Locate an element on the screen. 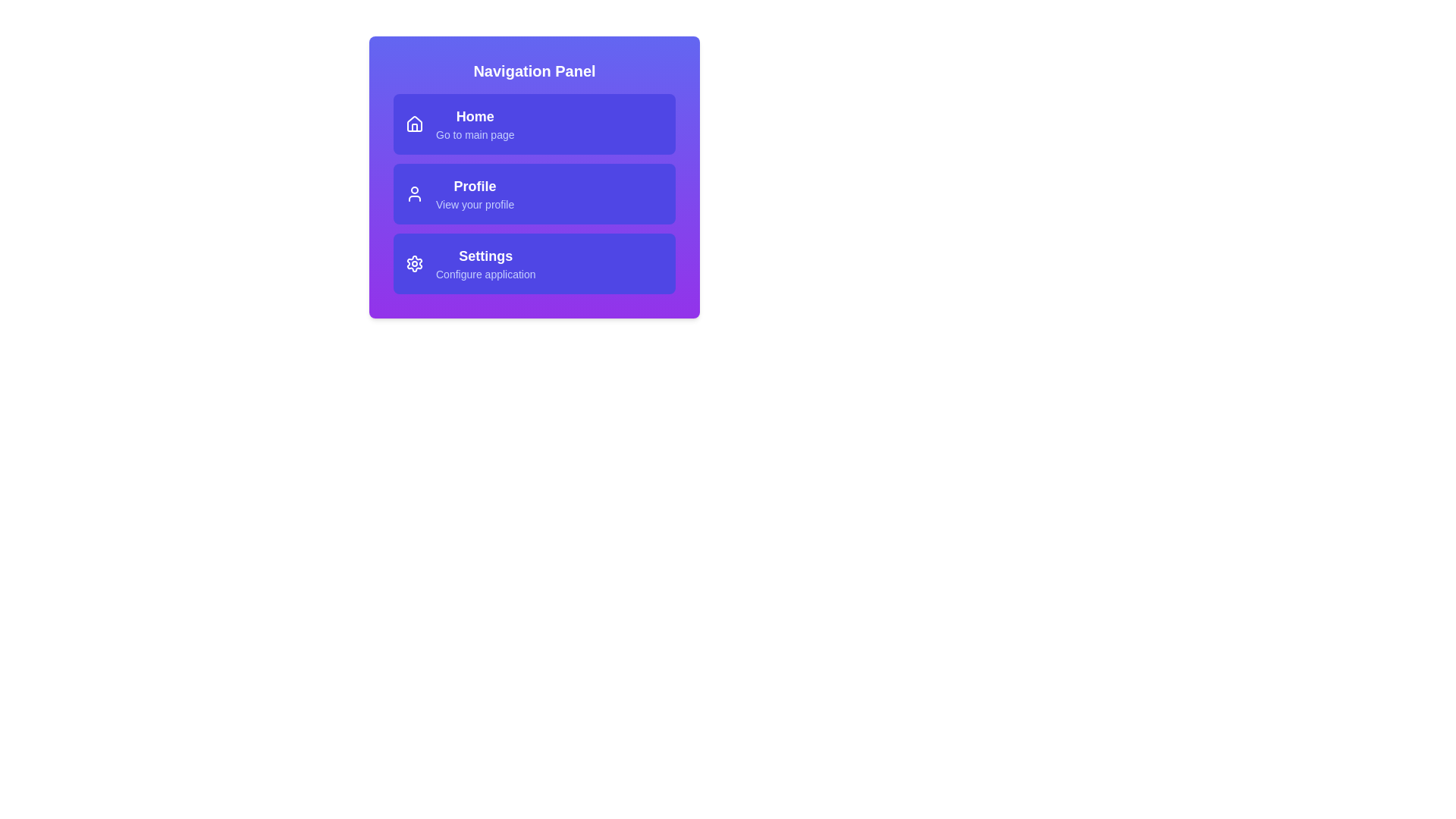  the navigation item Settings is located at coordinates (535, 262).